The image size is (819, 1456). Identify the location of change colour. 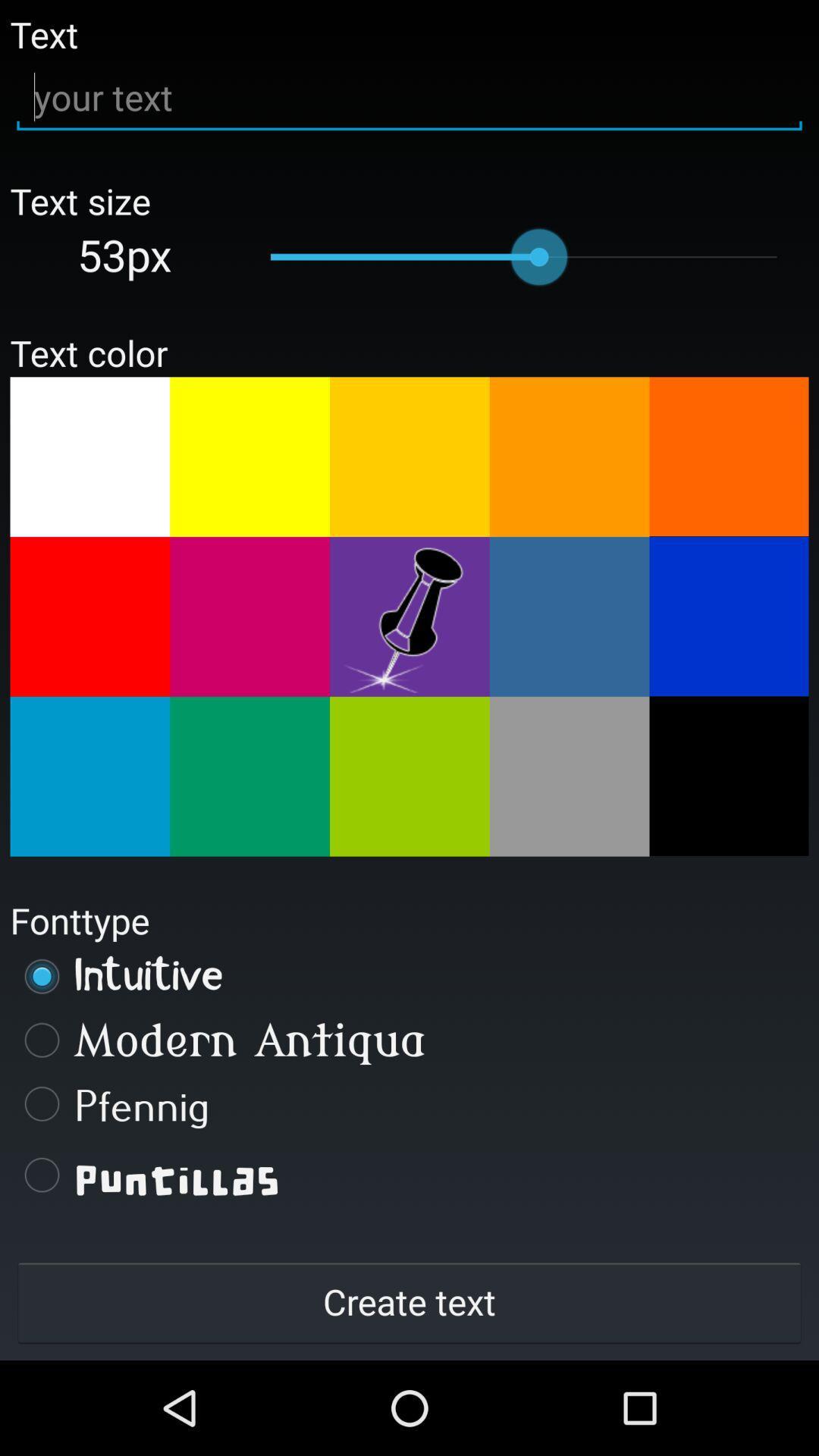
(89, 617).